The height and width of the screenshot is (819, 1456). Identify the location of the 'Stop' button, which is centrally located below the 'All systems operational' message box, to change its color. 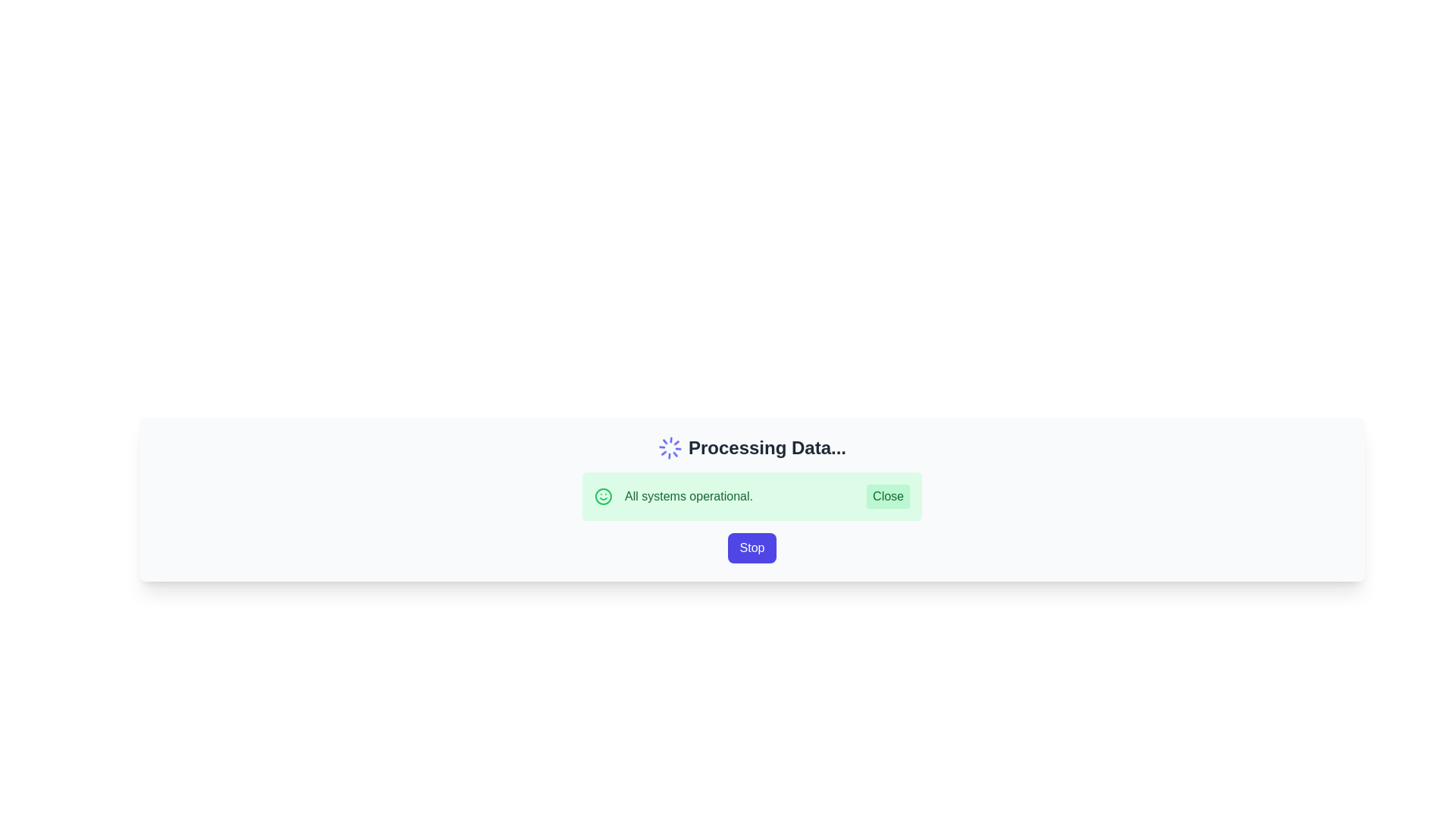
(752, 548).